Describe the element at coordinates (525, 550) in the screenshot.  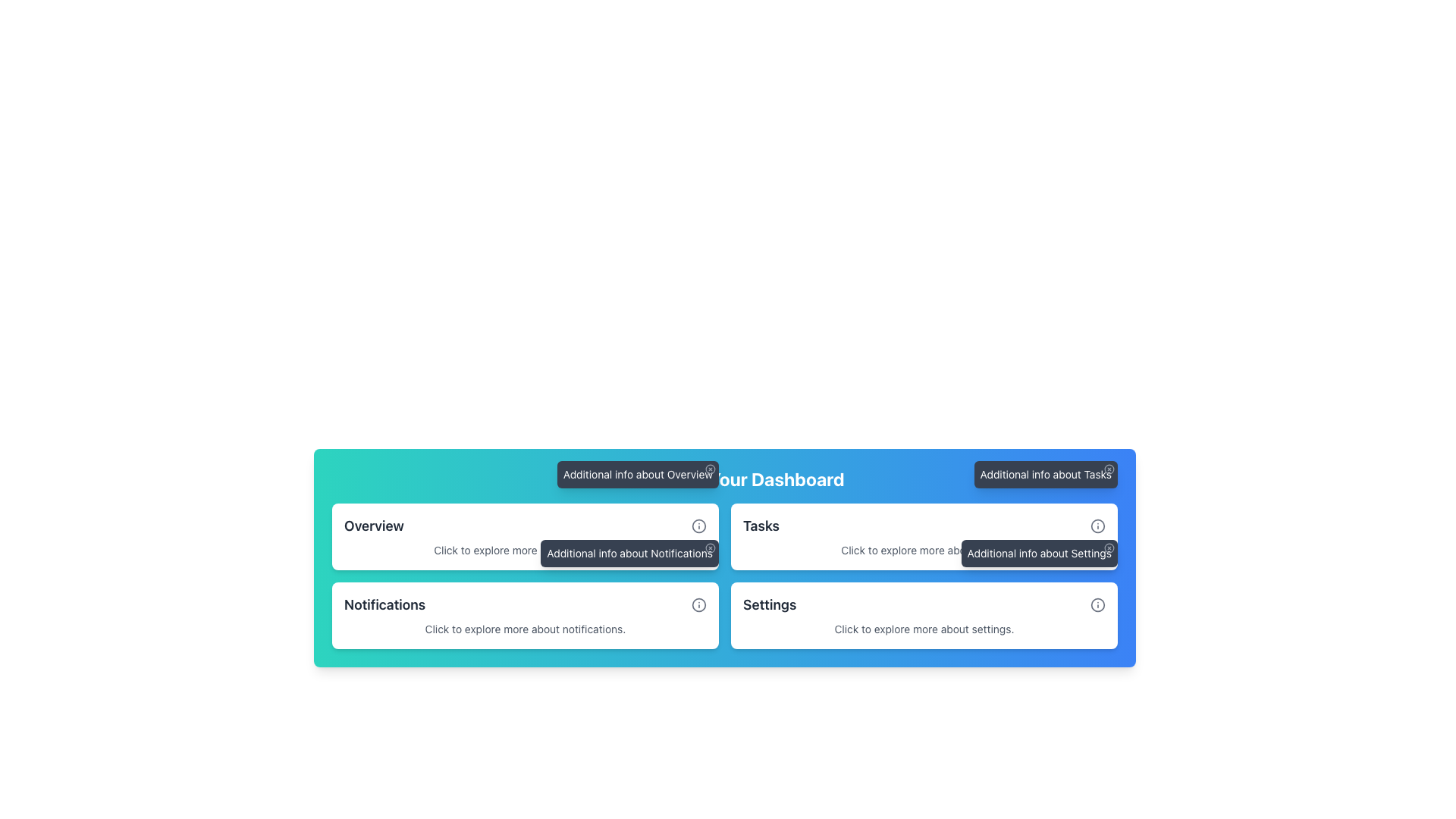
I see `text label that contains the sentence 'Click to explore more about overview.', which is displayed in a small-sized gray font beneath the title 'Overview'` at that location.